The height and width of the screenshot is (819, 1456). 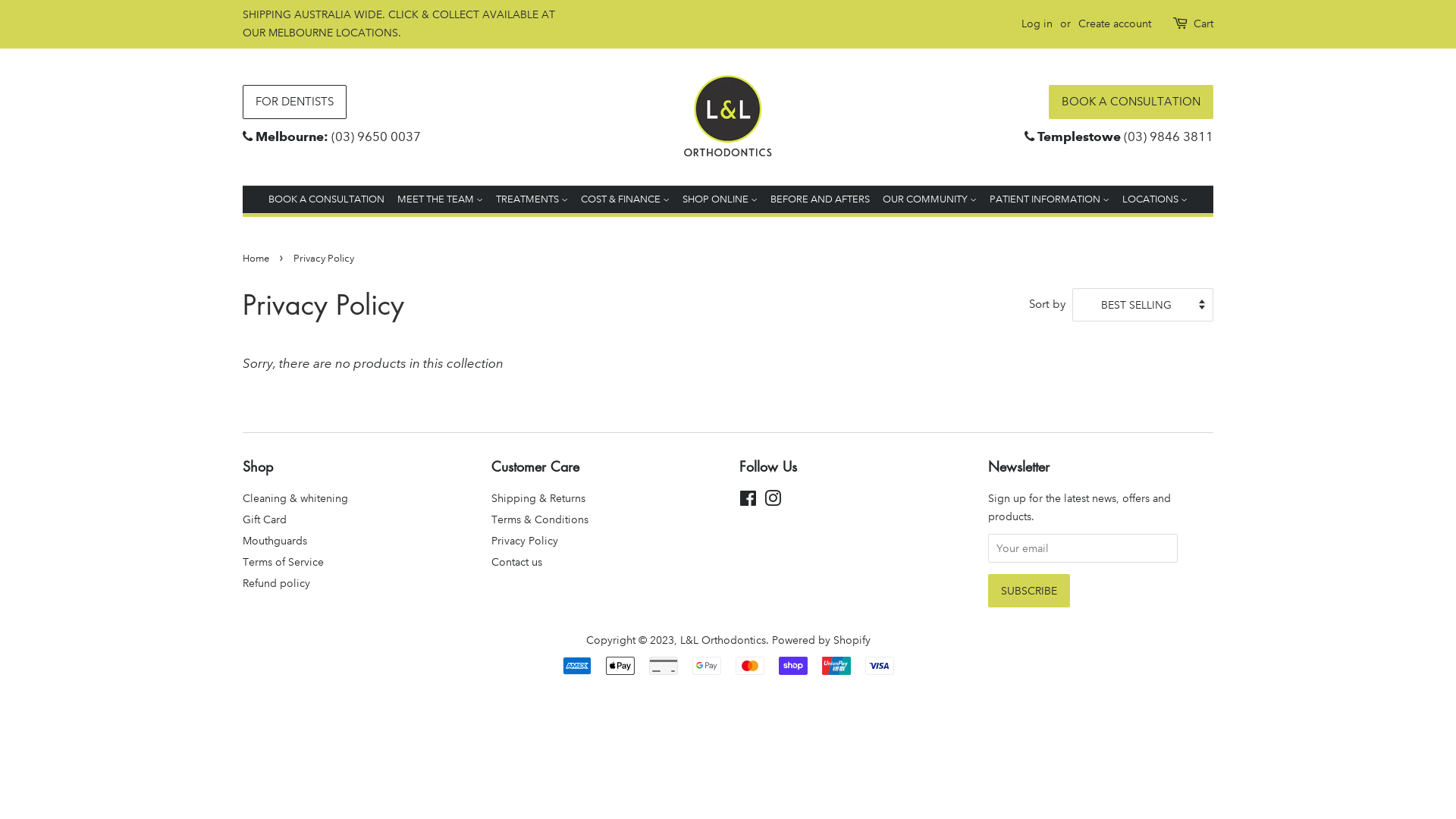 What do you see at coordinates (276, 582) in the screenshot?
I see `'Refund policy'` at bounding box center [276, 582].